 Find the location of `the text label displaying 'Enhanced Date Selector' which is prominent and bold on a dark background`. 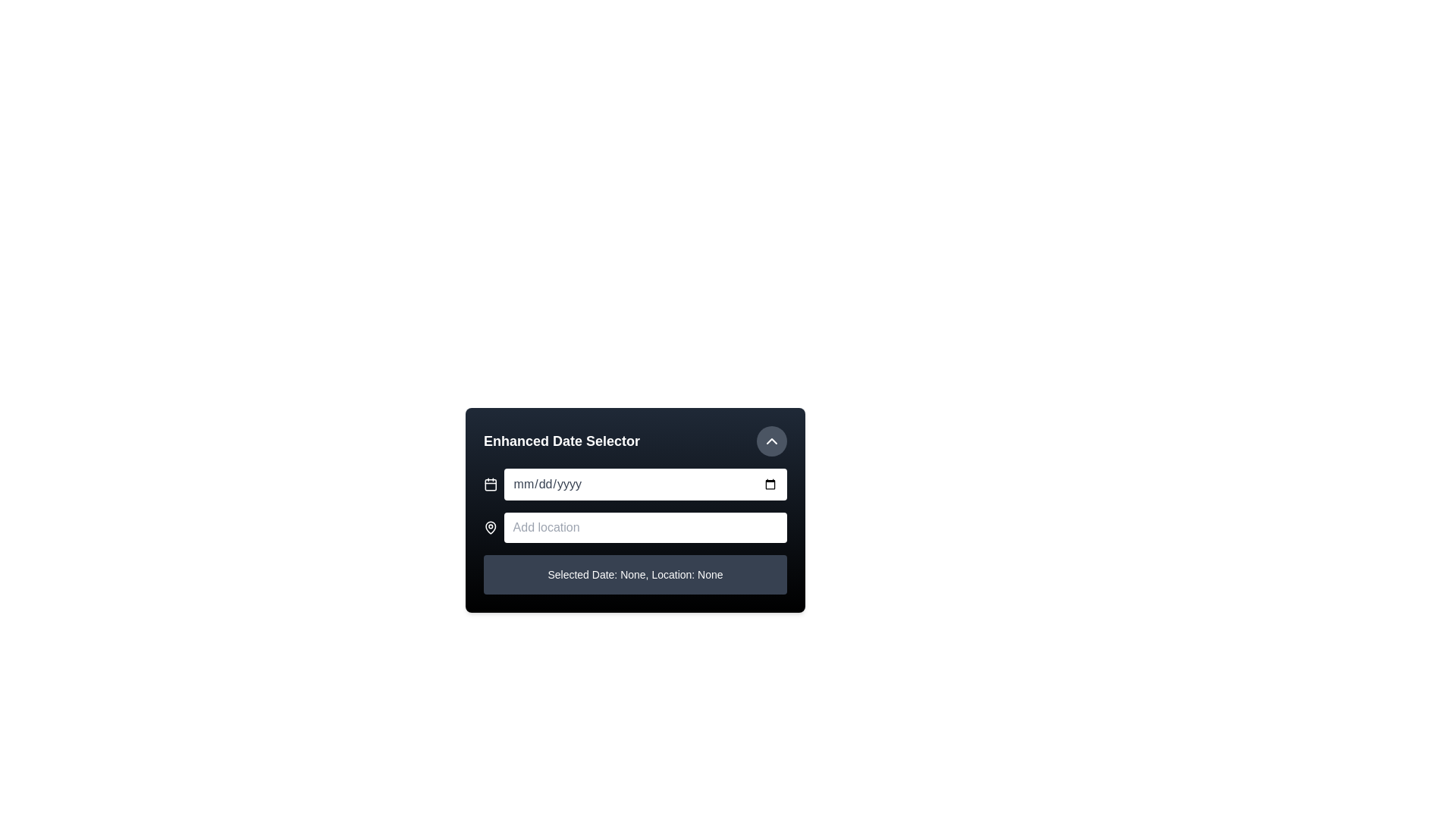

the text label displaying 'Enhanced Date Selector' which is prominent and bold on a dark background is located at coordinates (561, 441).